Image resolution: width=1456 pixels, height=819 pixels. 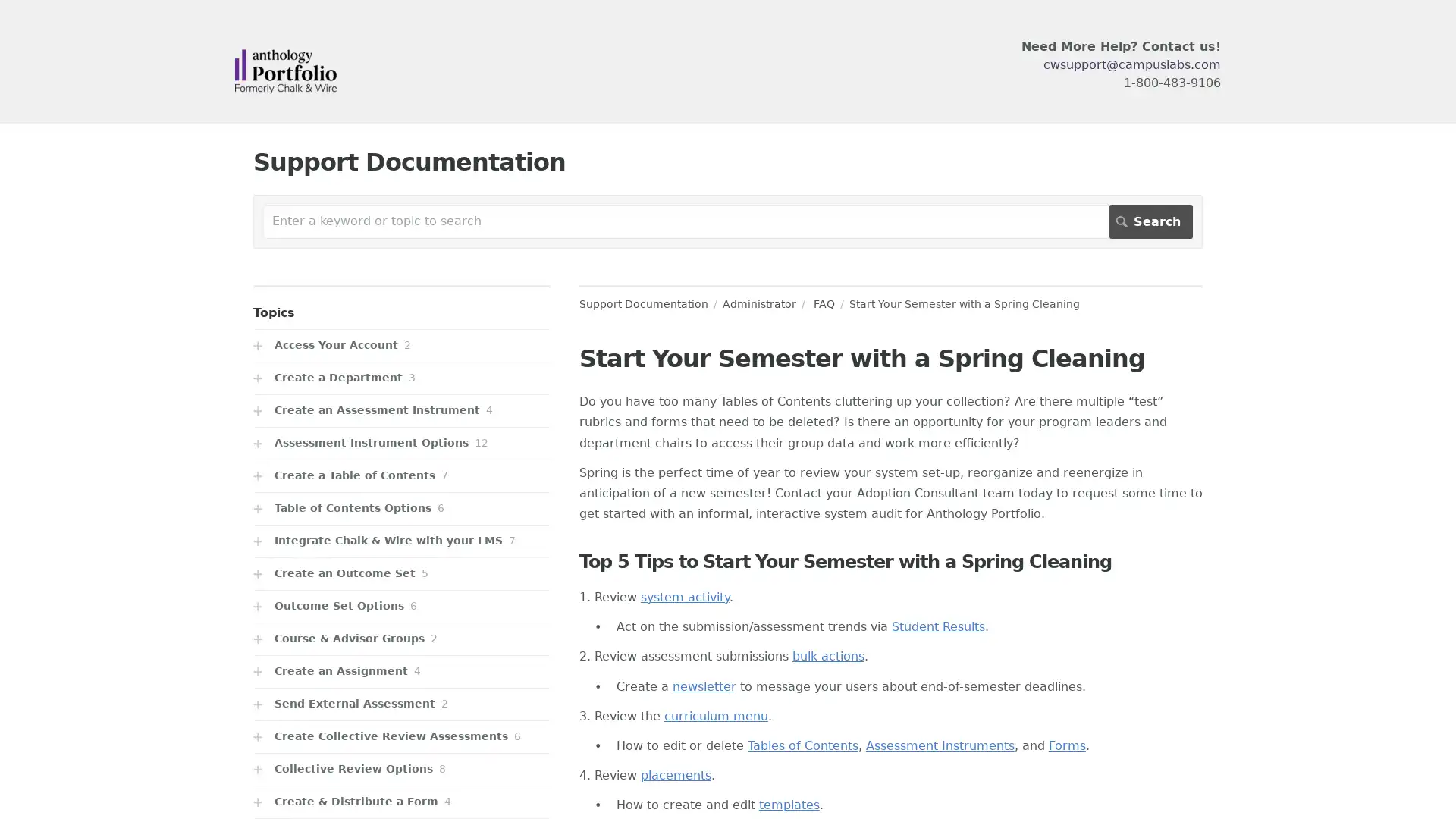 What do you see at coordinates (1150, 221) in the screenshot?
I see `Search` at bounding box center [1150, 221].